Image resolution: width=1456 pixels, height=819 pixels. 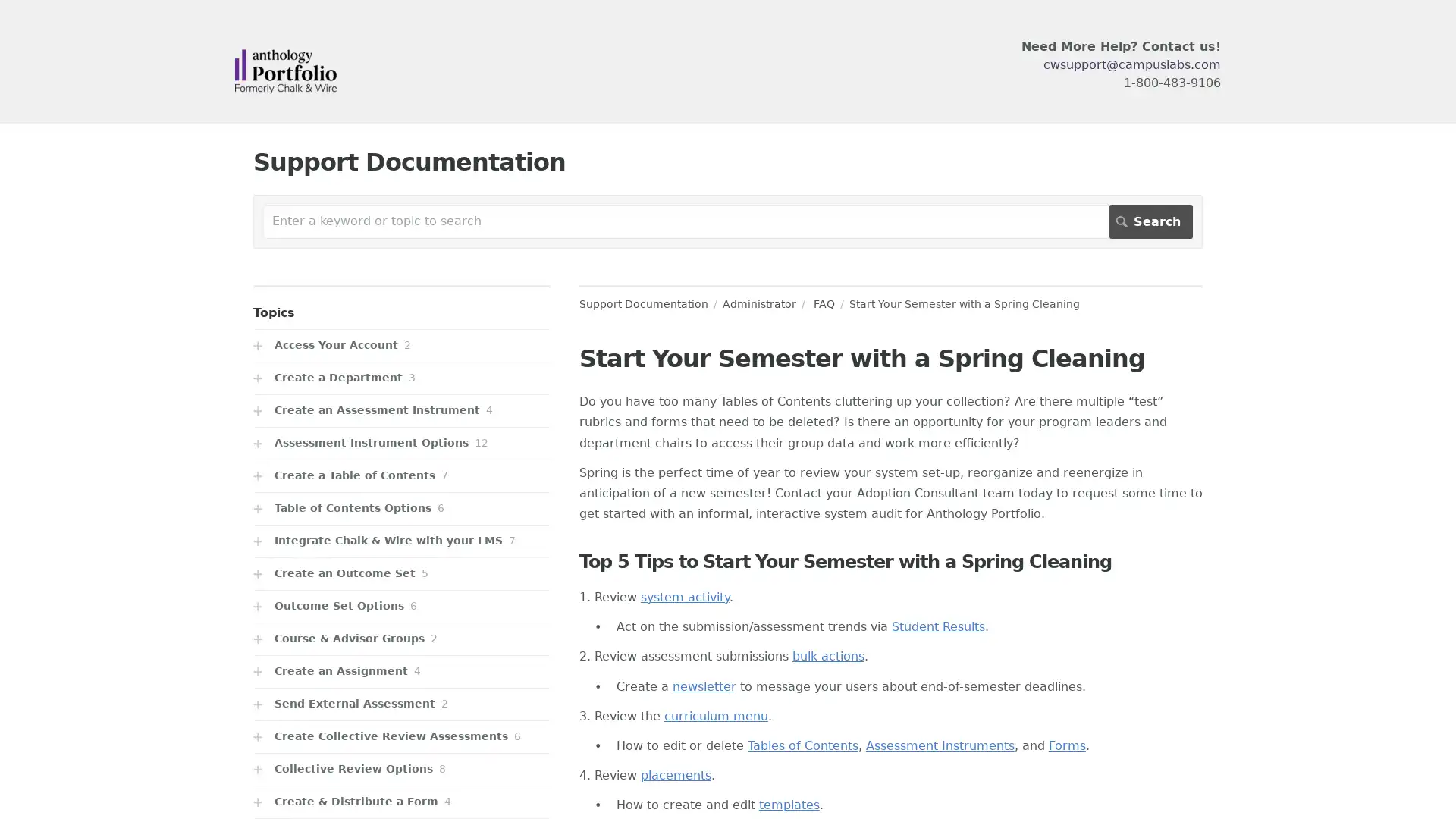 What do you see at coordinates (1150, 221) in the screenshot?
I see `Search` at bounding box center [1150, 221].